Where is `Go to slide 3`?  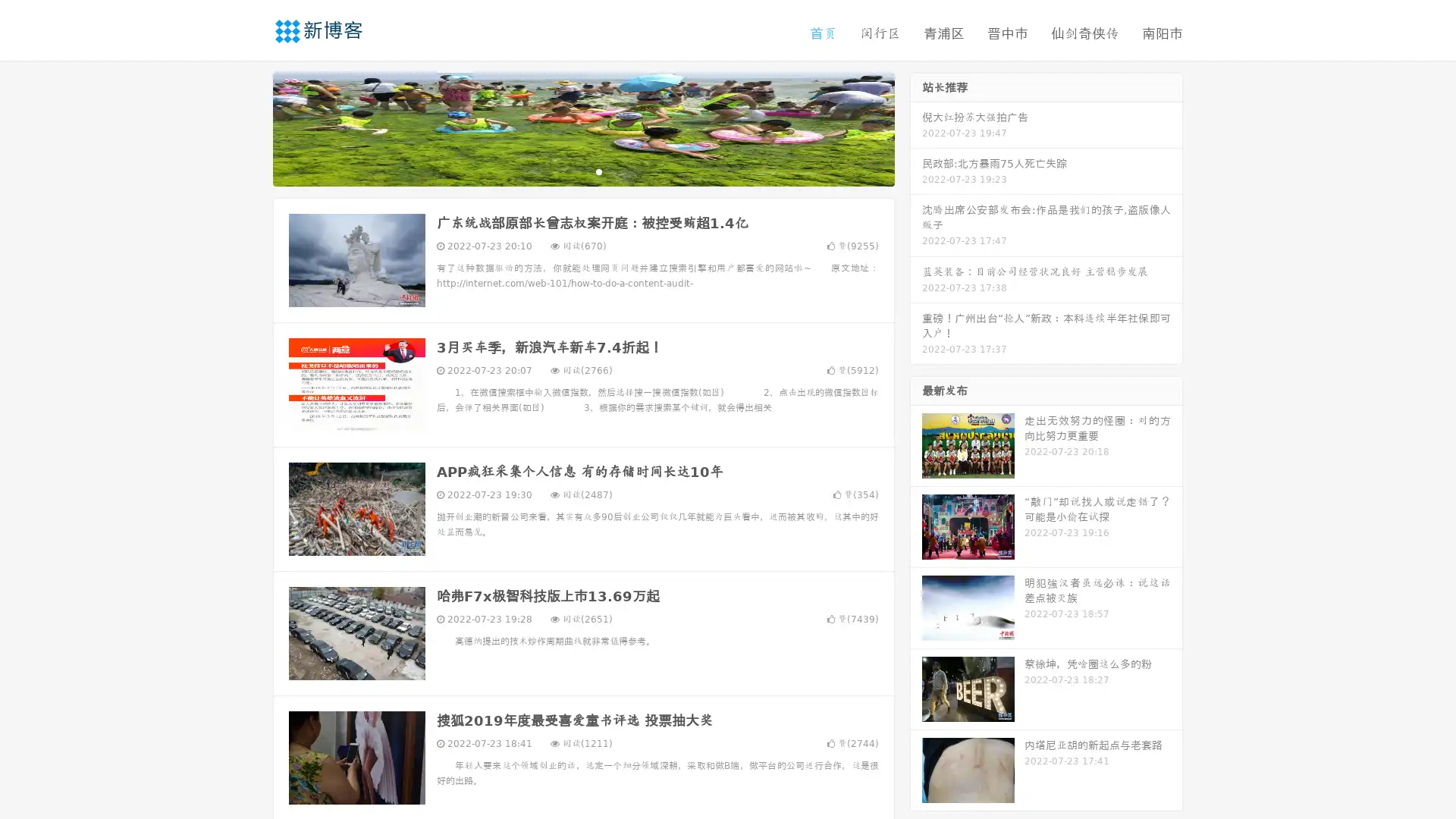
Go to slide 3 is located at coordinates (598, 171).